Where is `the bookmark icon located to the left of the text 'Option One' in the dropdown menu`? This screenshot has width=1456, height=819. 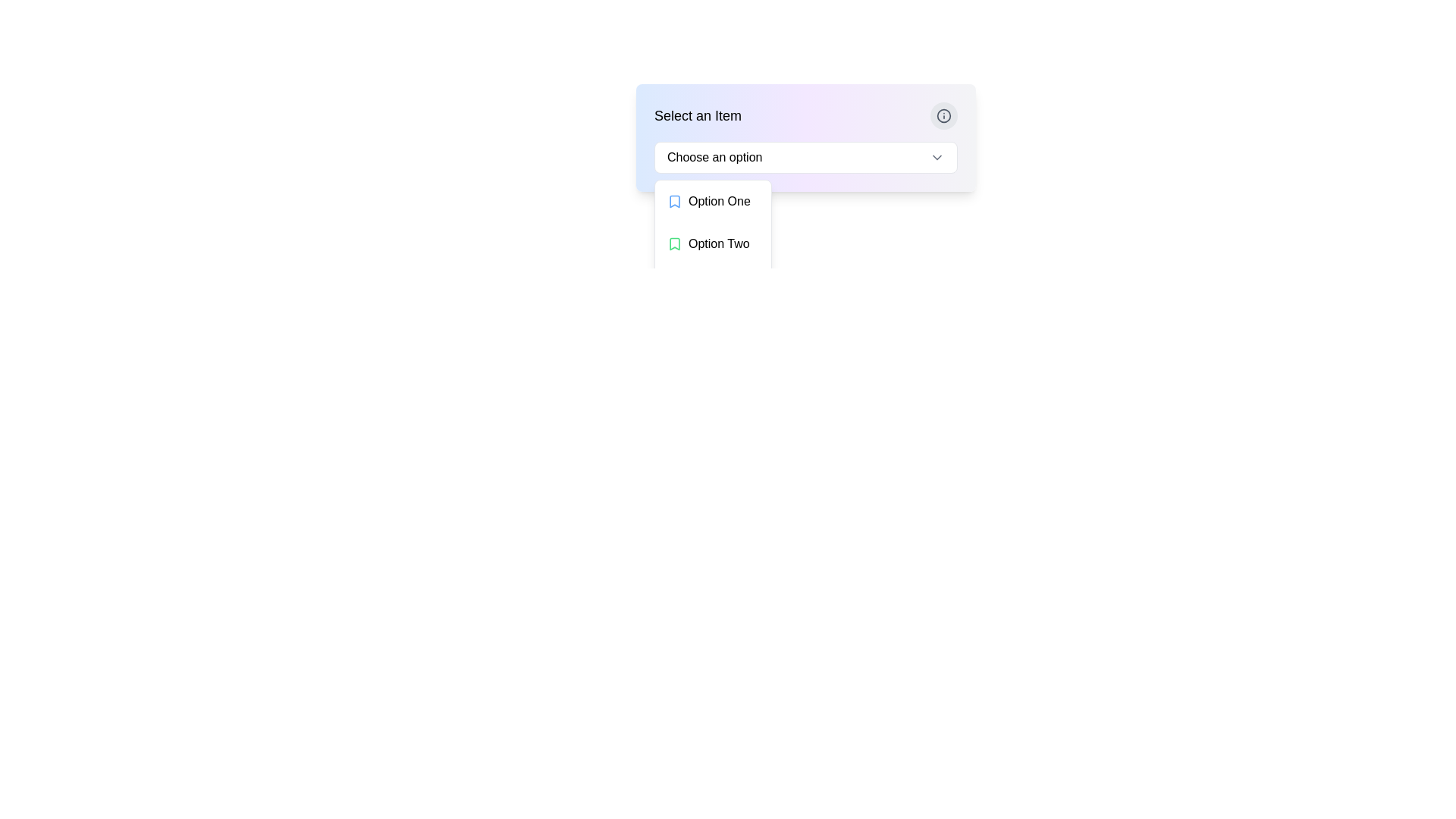
the bookmark icon located to the left of the text 'Option One' in the dropdown menu is located at coordinates (673, 201).